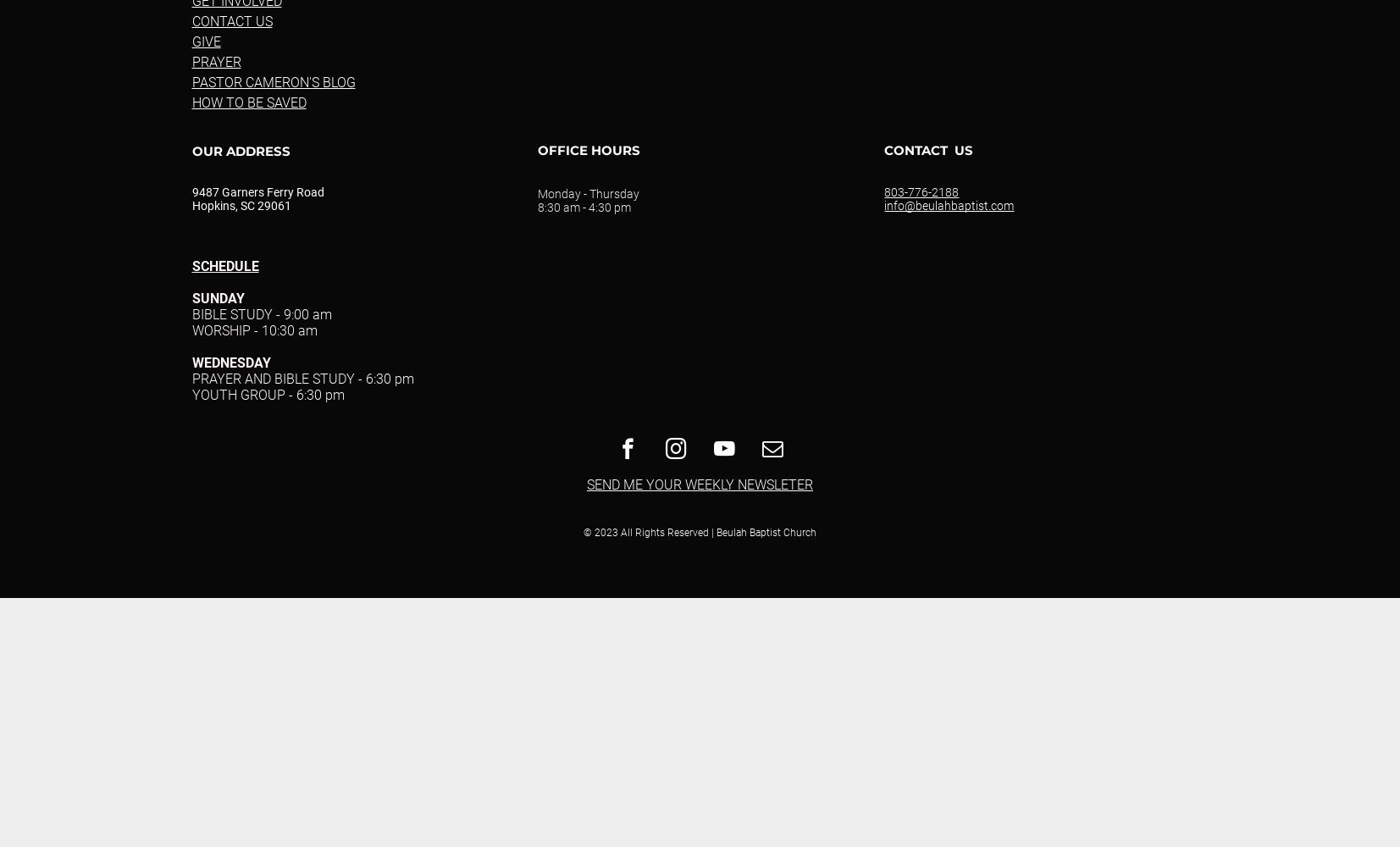 The width and height of the screenshot is (1400, 847). What do you see at coordinates (190, 313) in the screenshot?
I see `'BIBLE STUDY - 9:00 am'` at bounding box center [190, 313].